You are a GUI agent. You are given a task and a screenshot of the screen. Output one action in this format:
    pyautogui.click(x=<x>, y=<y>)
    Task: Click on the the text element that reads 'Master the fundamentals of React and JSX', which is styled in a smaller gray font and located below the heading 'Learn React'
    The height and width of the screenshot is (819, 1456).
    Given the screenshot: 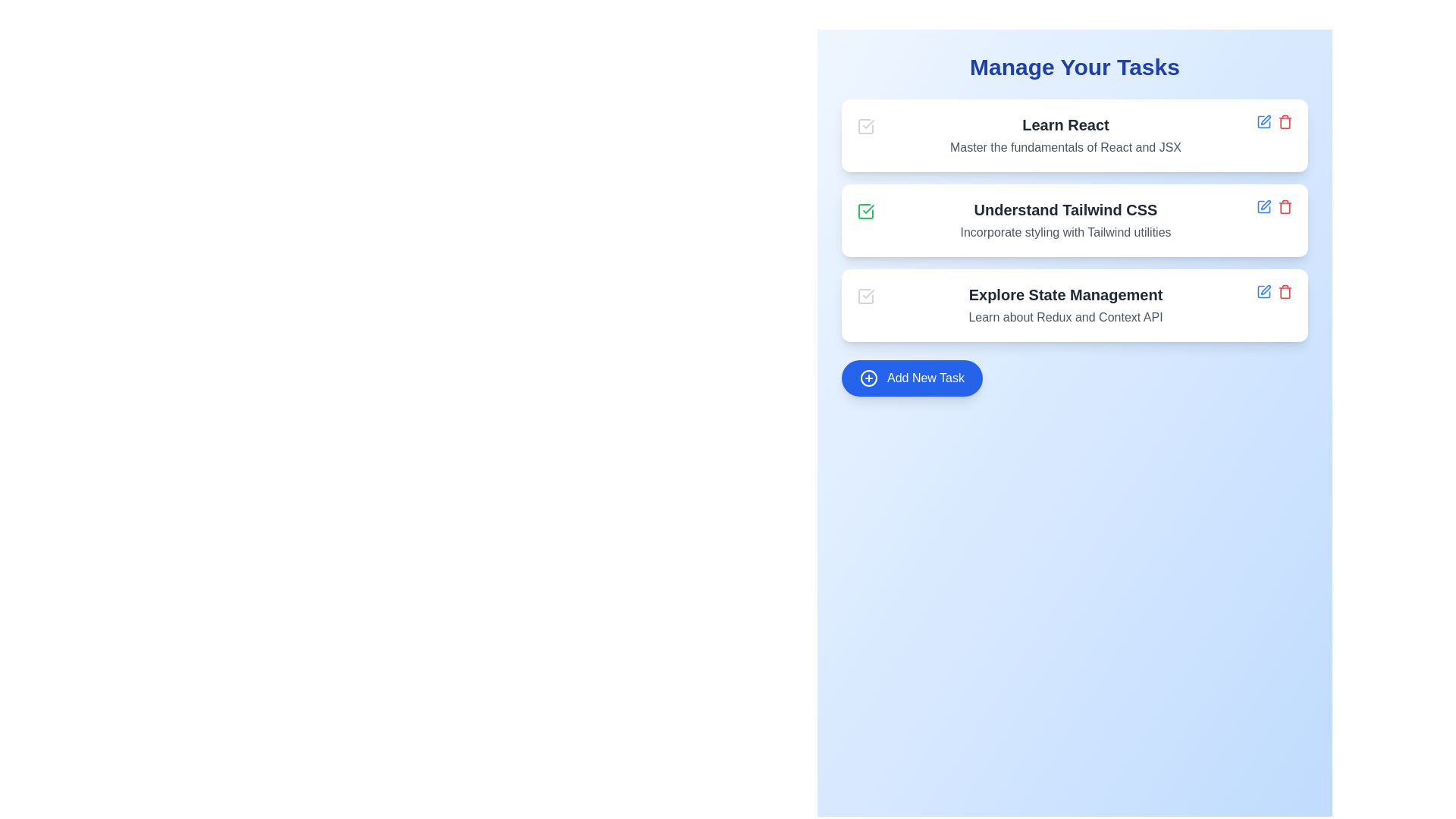 What is the action you would take?
    pyautogui.click(x=1065, y=148)
    